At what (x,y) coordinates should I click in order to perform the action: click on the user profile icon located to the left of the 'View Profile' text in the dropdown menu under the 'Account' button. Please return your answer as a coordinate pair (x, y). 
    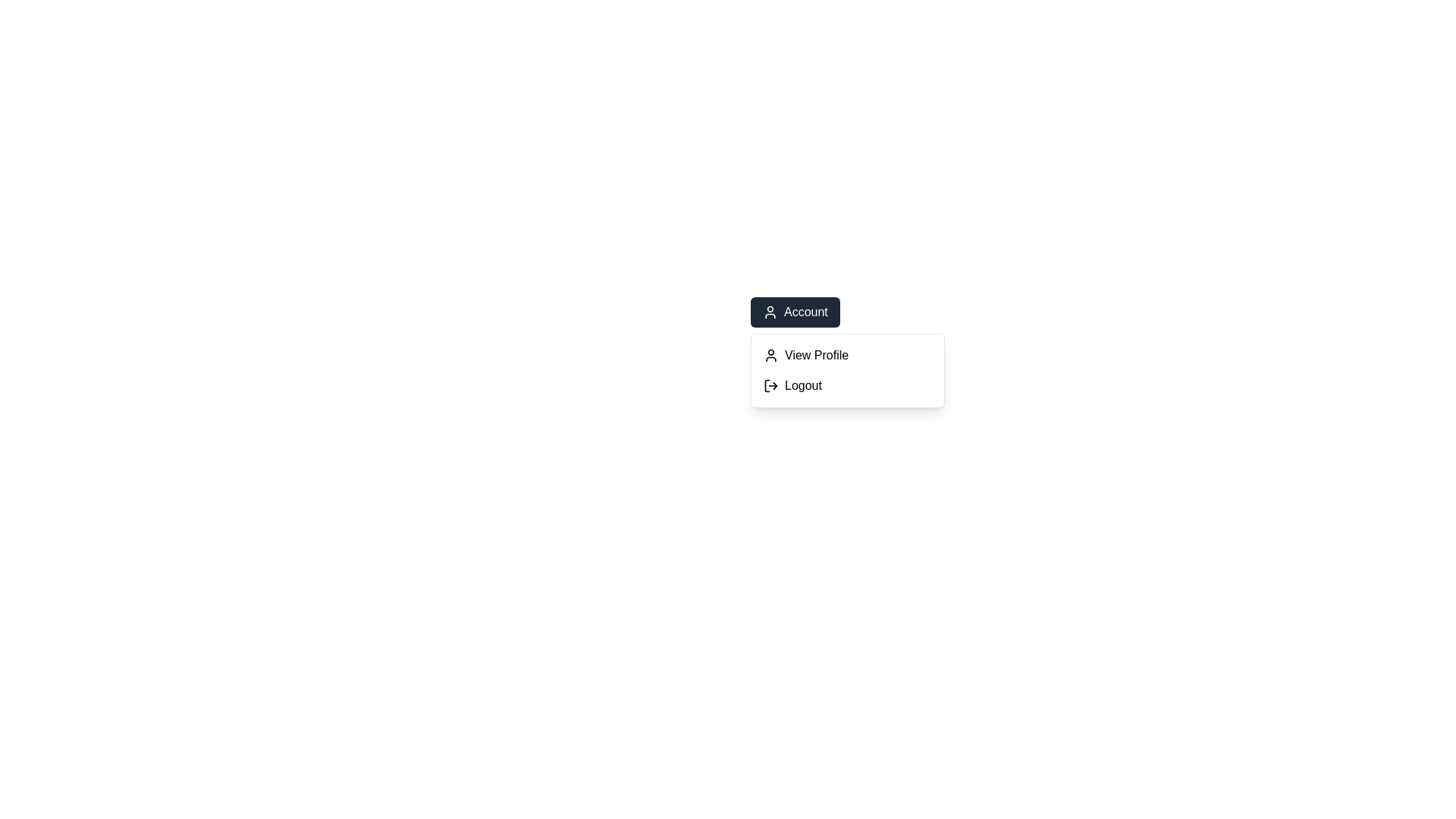
    Looking at the image, I should click on (771, 356).